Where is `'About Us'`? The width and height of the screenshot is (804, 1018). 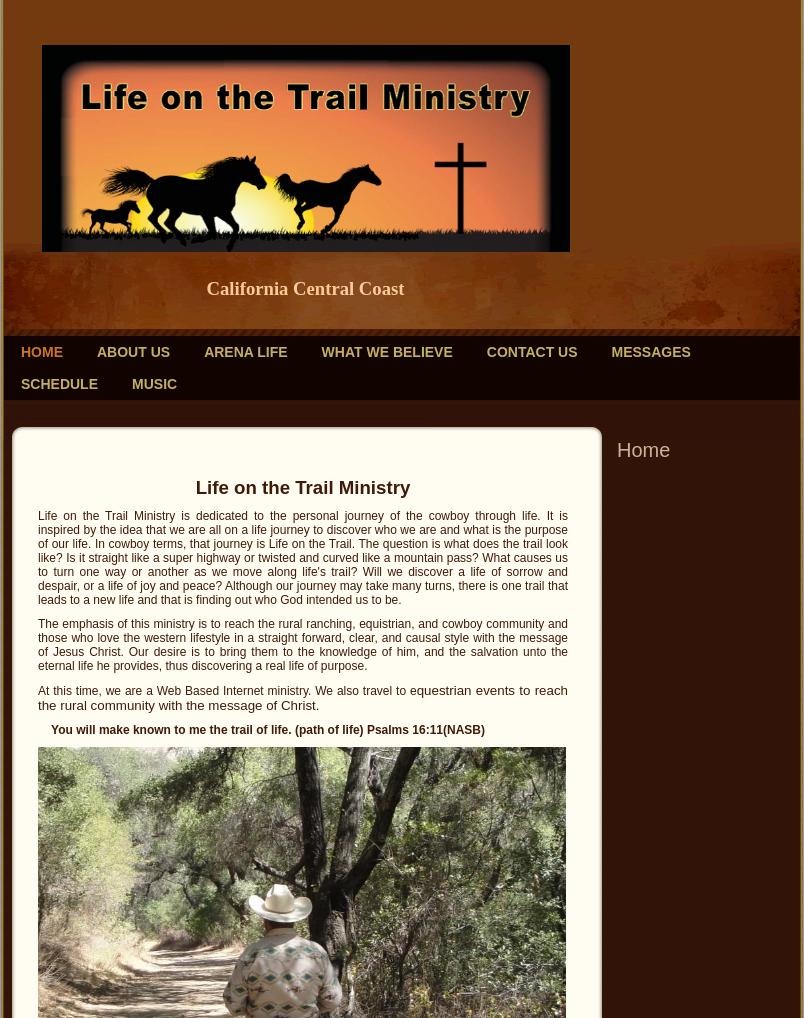
'About Us' is located at coordinates (95, 351).